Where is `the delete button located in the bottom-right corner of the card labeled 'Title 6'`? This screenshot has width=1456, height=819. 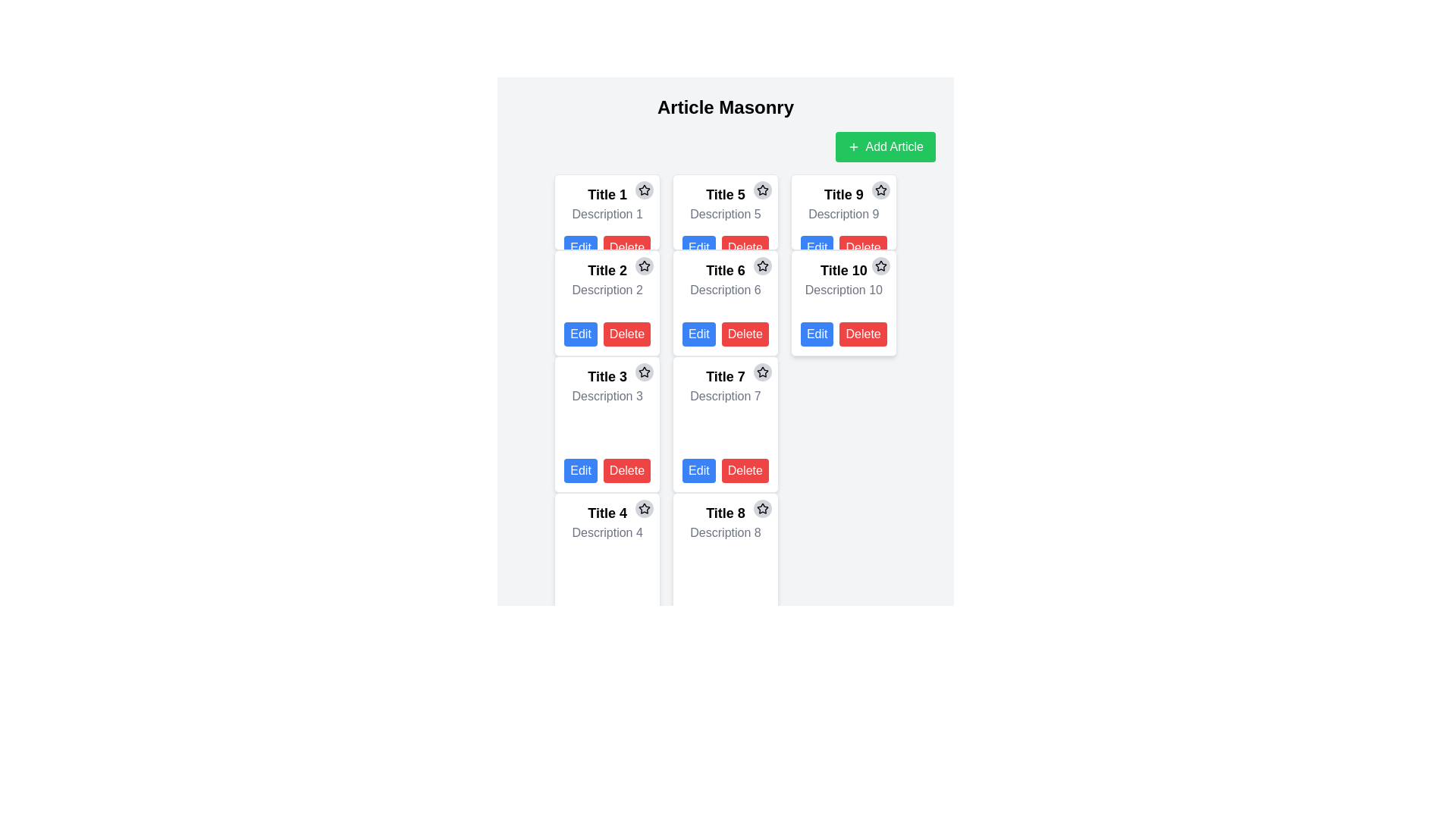
the delete button located in the bottom-right corner of the card labeled 'Title 6' is located at coordinates (745, 333).